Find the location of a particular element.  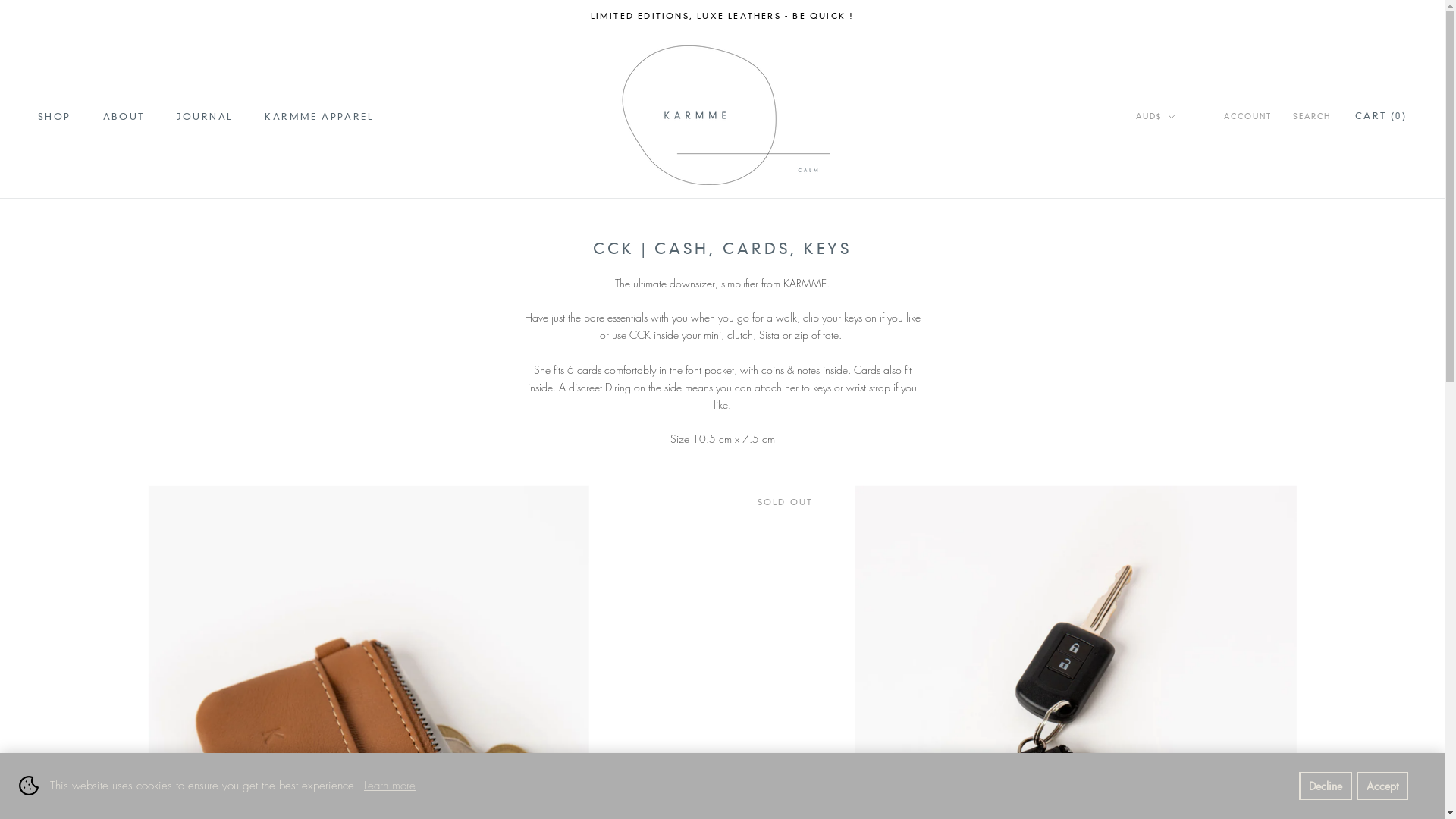

'JOURNAL is located at coordinates (204, 115).